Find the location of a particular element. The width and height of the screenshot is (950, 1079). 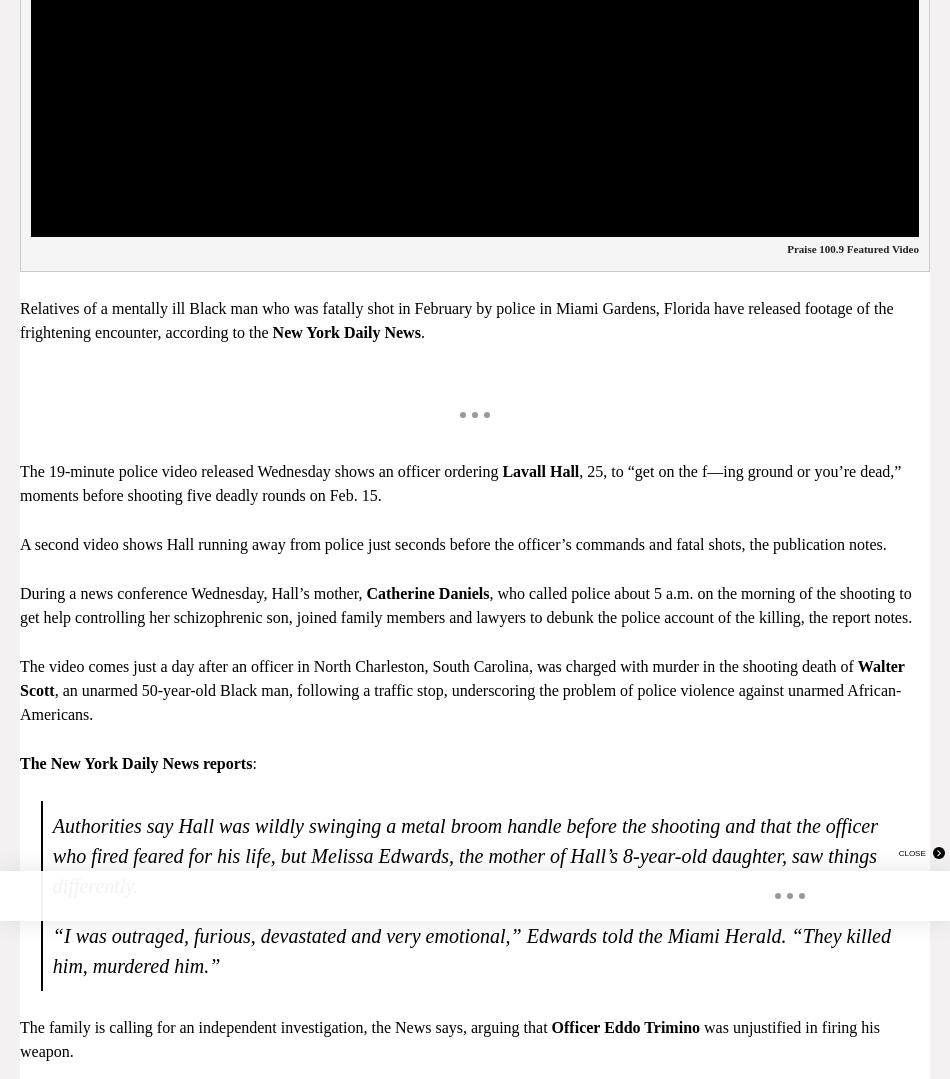

', who called police about 5 a.m. on the morning of the shooting to get help controlling her schizophrenic son, joined family members and lawyers to debunk the police account of the killing, the report notes.' is located at coordinates (464, 605).